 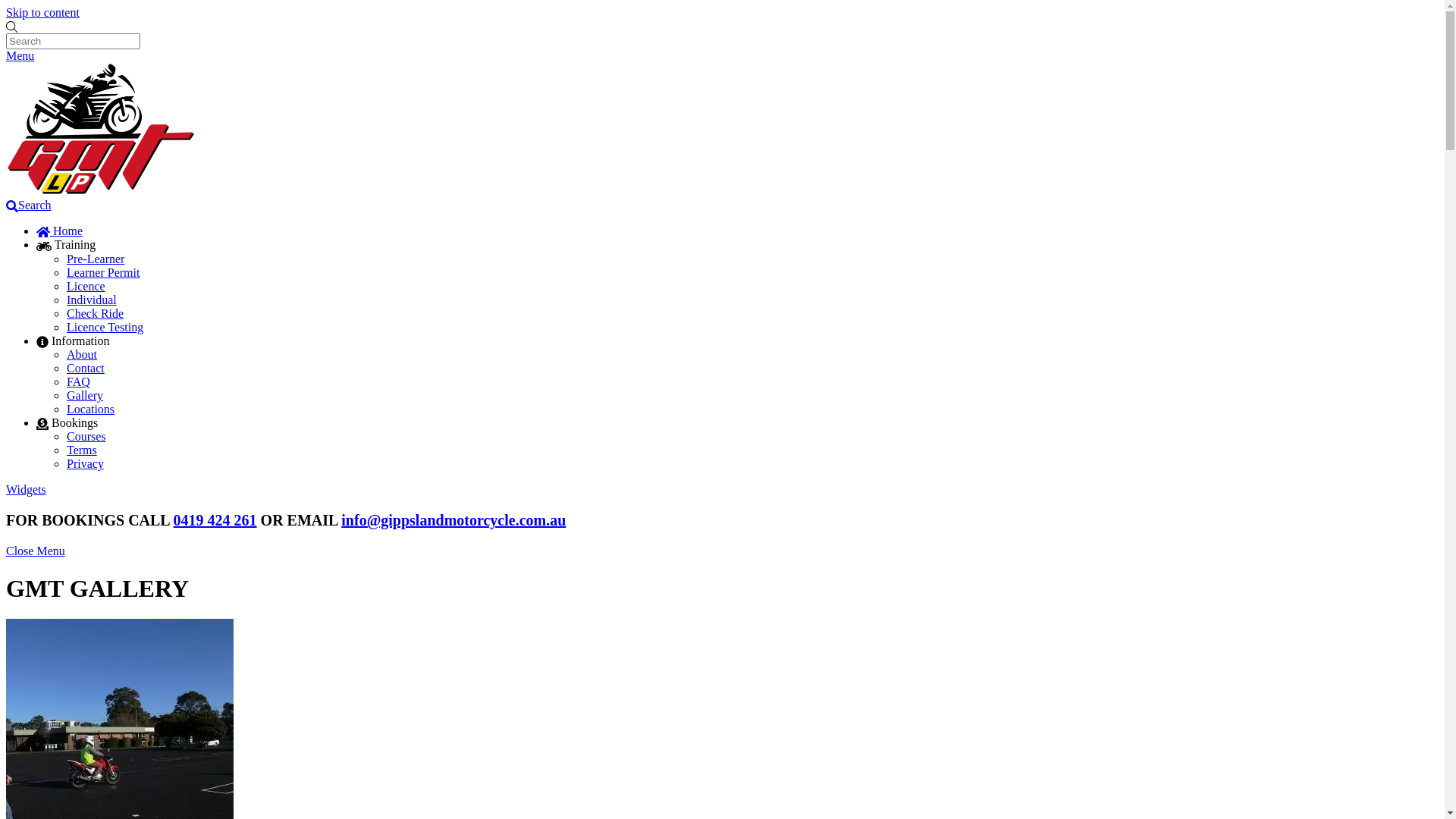 What do you see at coordinates (94, 258) in the screenshot?
I see `'Pre-Learner'` at bounding box center [94, 258].